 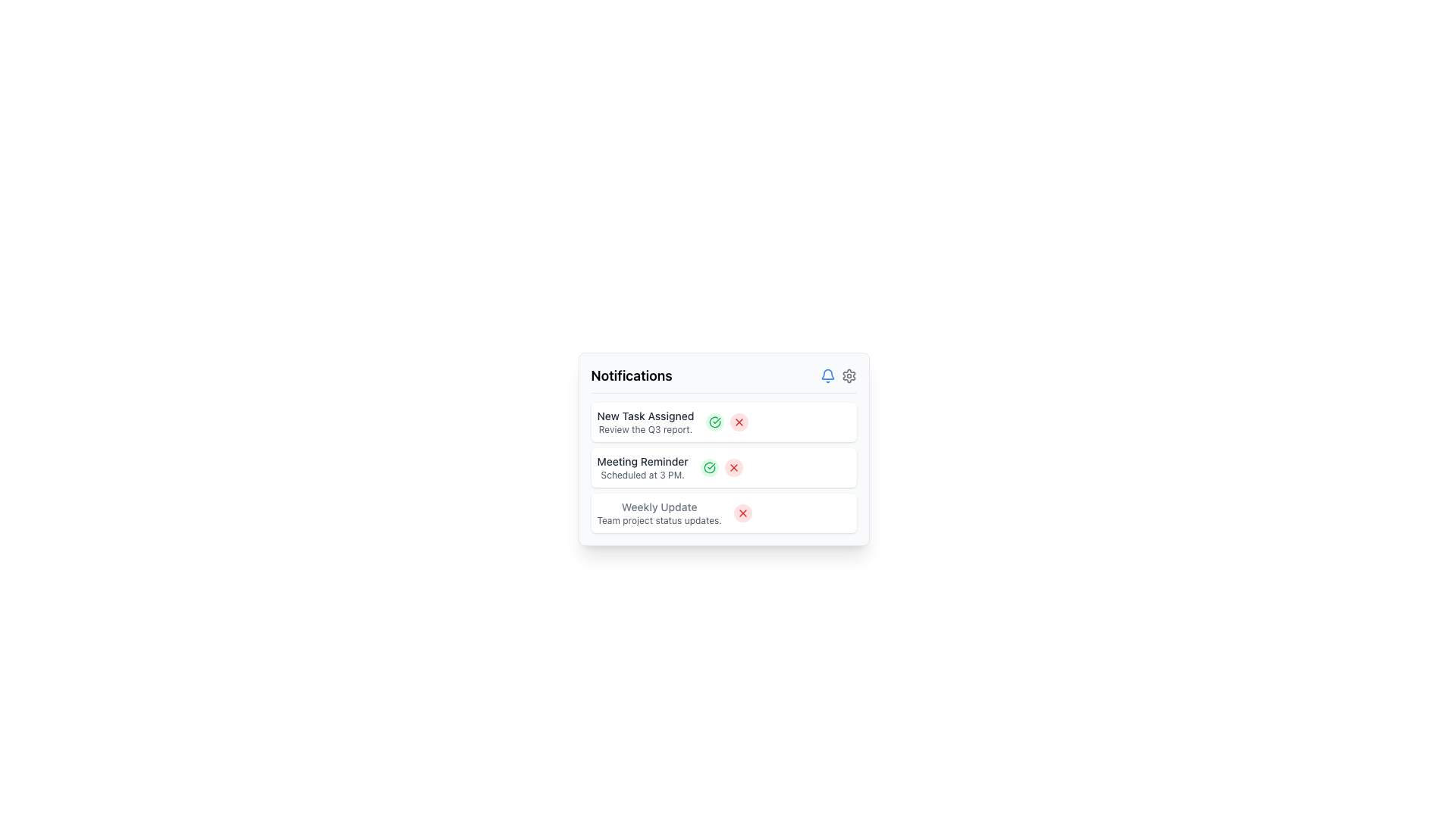 What do you see at coordinates (848, 375) in the screenshot?
I see `the settings button, represented by a cogwheel icon located in the top-right corner of the notification panel` at bounding box center [848, 375].